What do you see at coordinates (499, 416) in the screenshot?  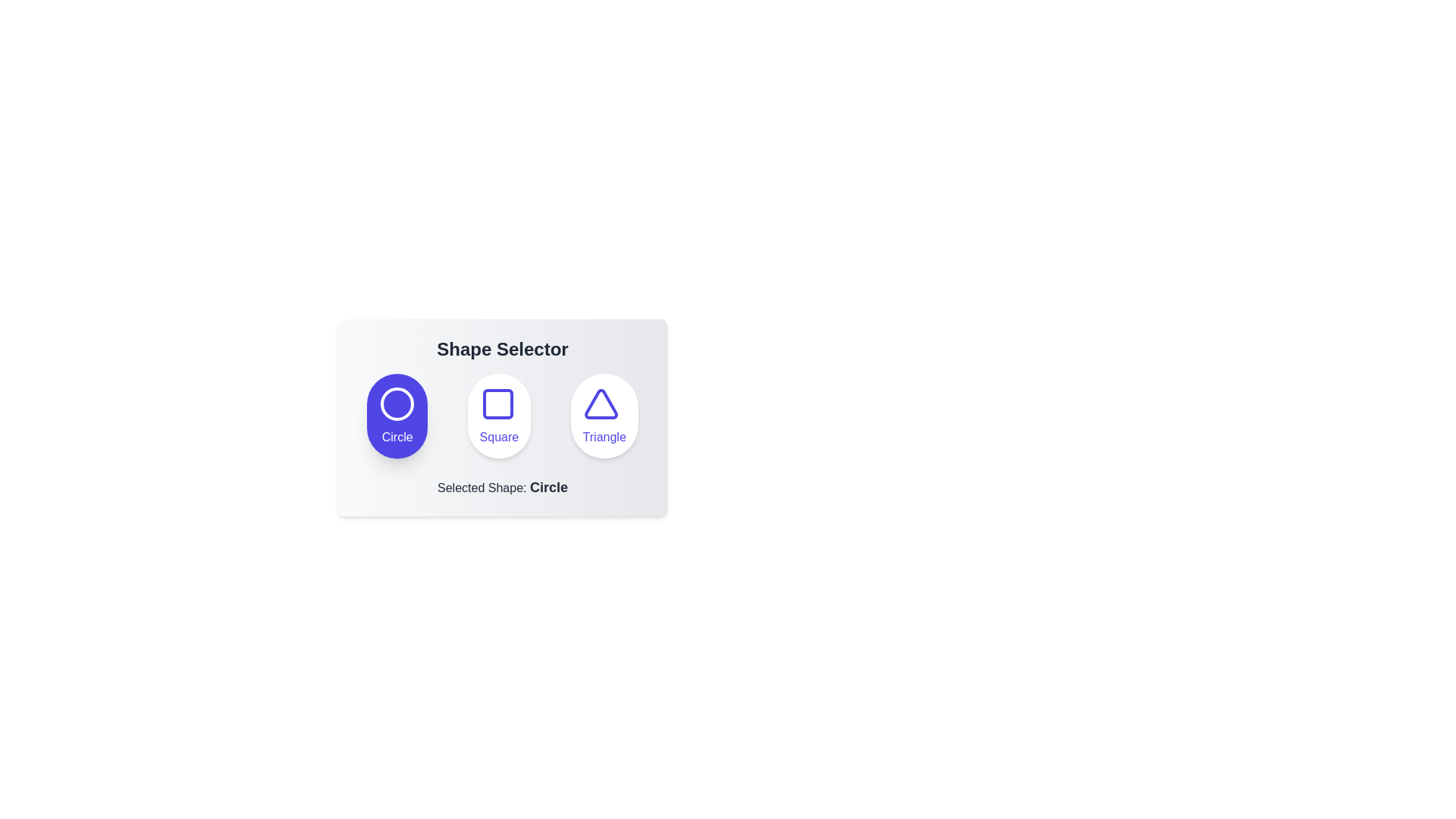 I see `the Square button to select it` at bounding box center [499, 416].